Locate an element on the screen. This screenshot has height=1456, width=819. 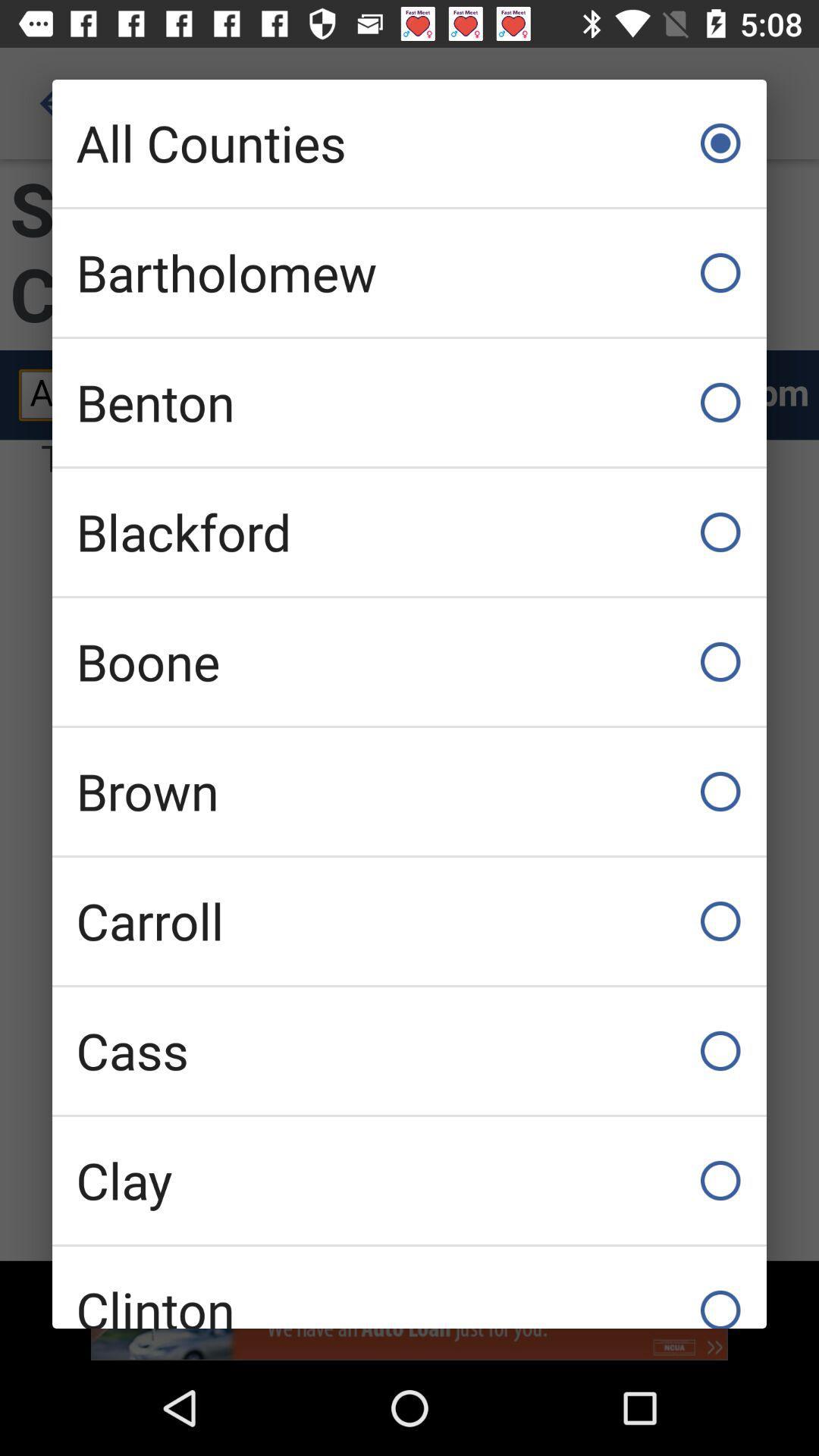
carroll item is located at coordinates (409, 920).